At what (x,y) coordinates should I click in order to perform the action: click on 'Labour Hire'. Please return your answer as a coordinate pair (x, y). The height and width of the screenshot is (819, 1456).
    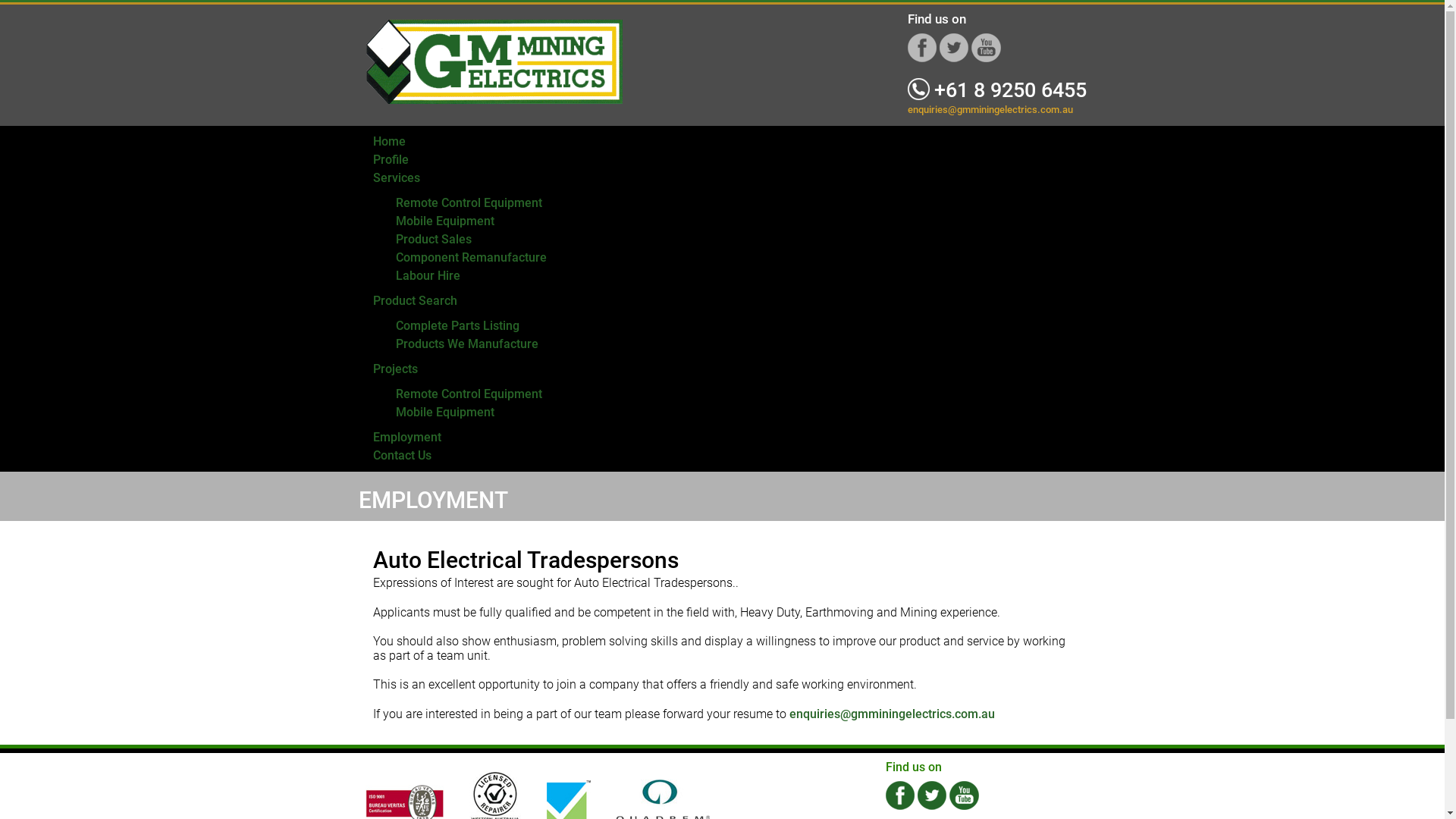
    Looking at the image, I should click on (427, 275).